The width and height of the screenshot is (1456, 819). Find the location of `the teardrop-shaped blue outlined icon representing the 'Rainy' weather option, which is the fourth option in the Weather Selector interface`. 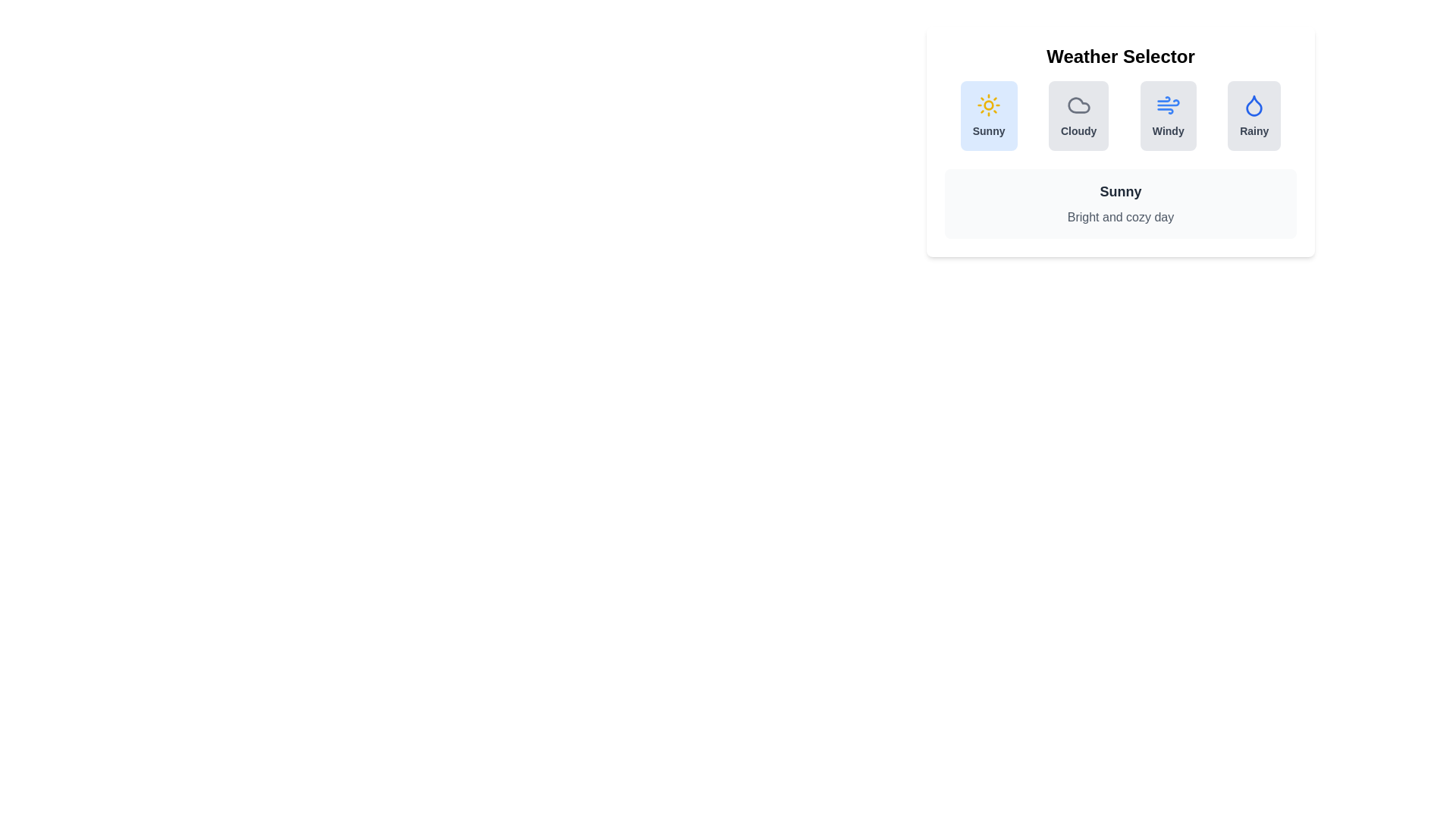

the teardrop-shaped blue outlined icon representing the 'Rainy' weather option, which is the fourth option in the Weather Selector interface is located at coordinates (1254, 105).